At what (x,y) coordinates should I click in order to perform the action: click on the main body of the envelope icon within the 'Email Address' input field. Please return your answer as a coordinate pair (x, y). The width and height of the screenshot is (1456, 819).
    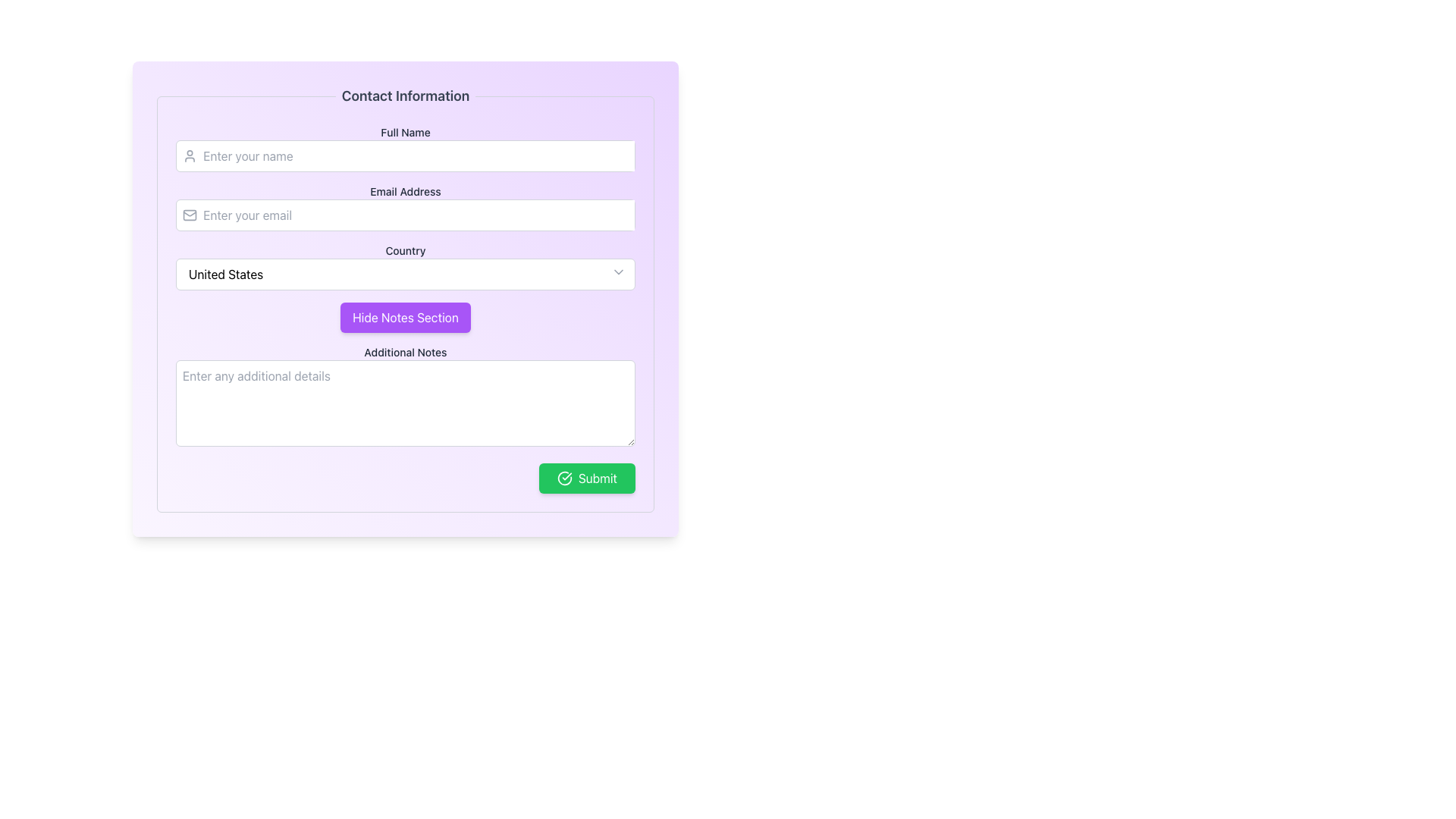
    Looking at the image, I should click on (189, 215).